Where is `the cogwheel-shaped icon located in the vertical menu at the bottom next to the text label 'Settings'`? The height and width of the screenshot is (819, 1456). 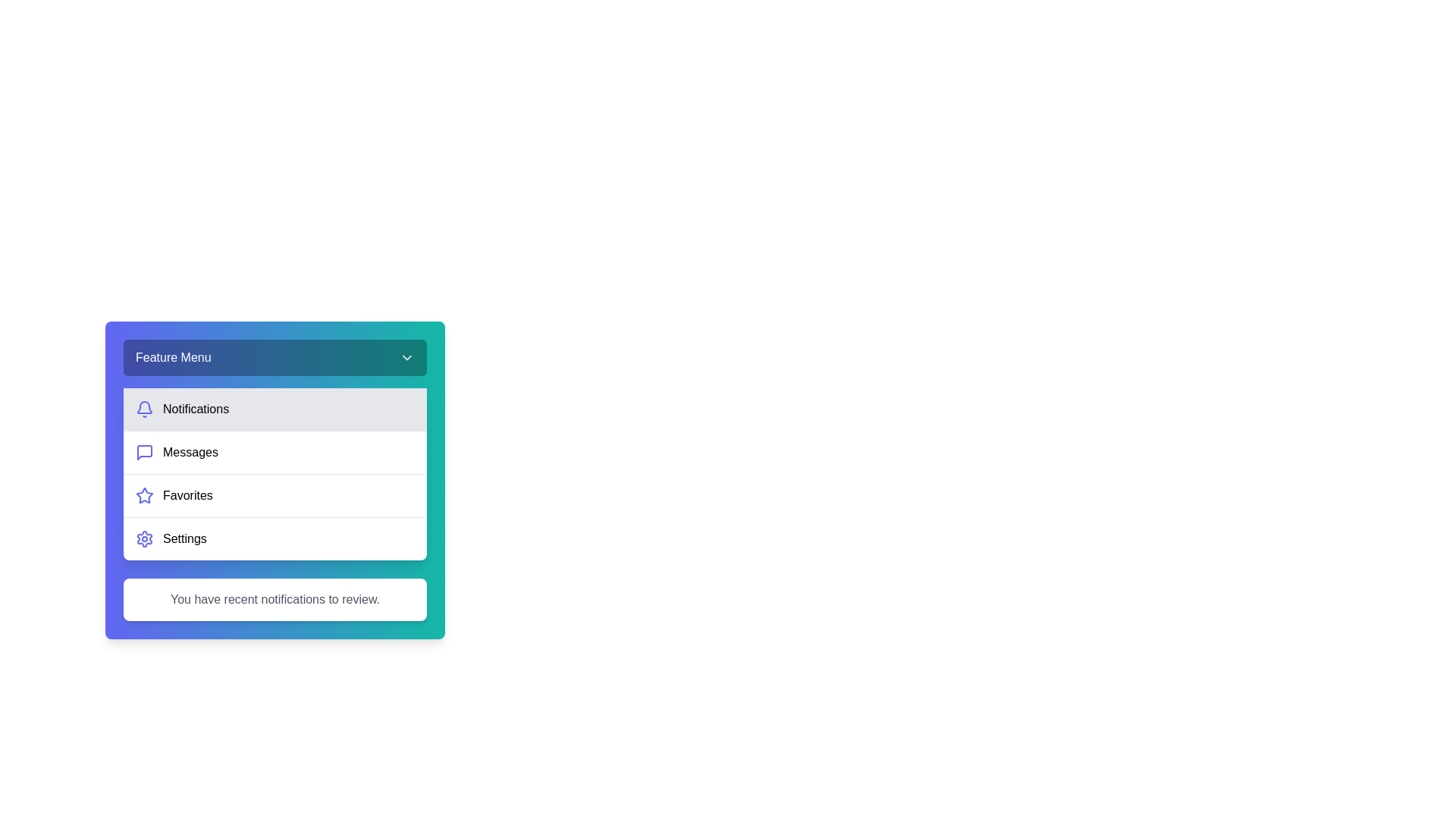 the cogwheel-shaped icon located in the vertical menu at the bottom next to the text label 'Settings' is located at coordinates (145, 538).